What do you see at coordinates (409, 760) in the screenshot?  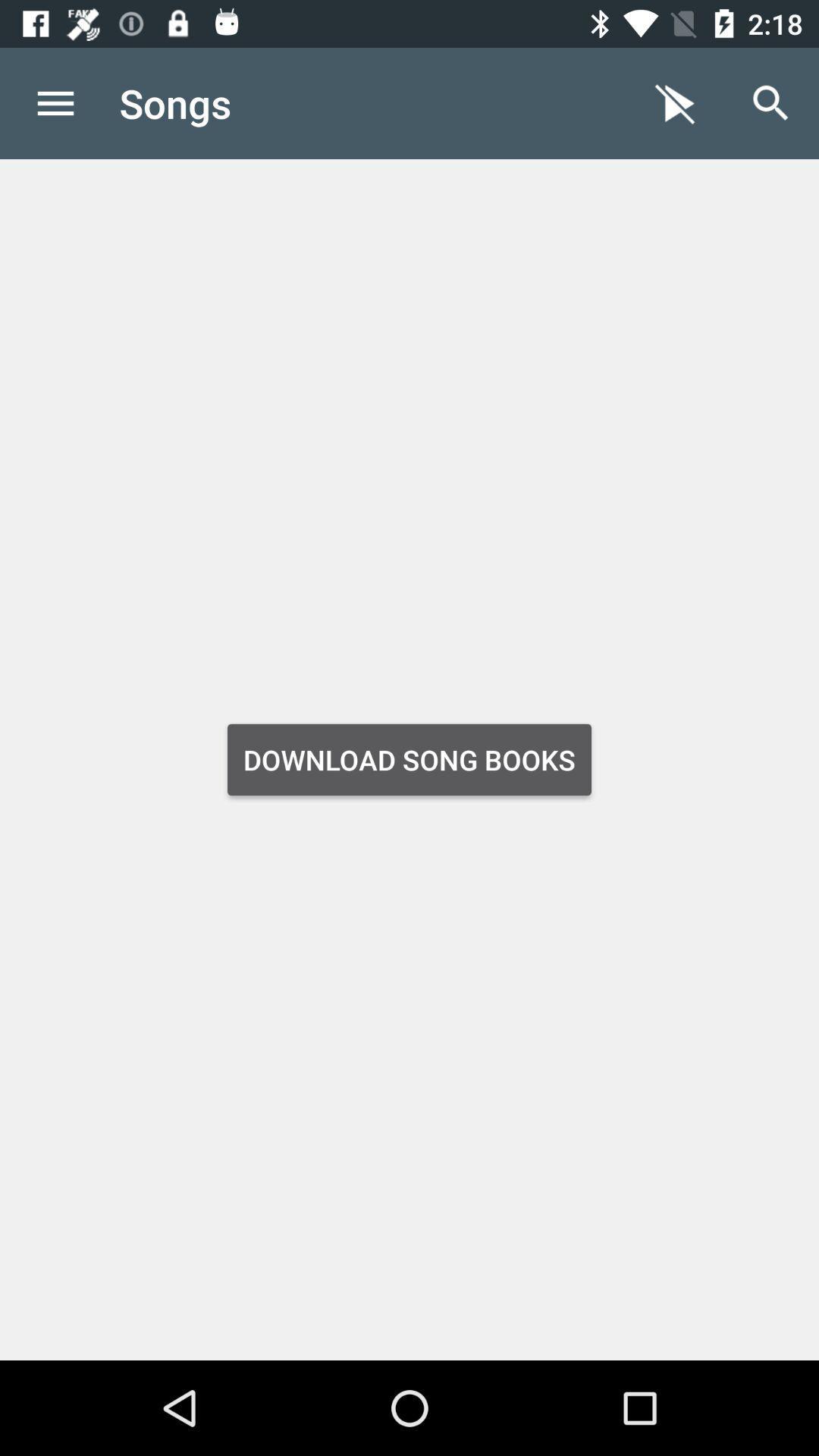 I see `the download song books` at bounding box center [409, 760].